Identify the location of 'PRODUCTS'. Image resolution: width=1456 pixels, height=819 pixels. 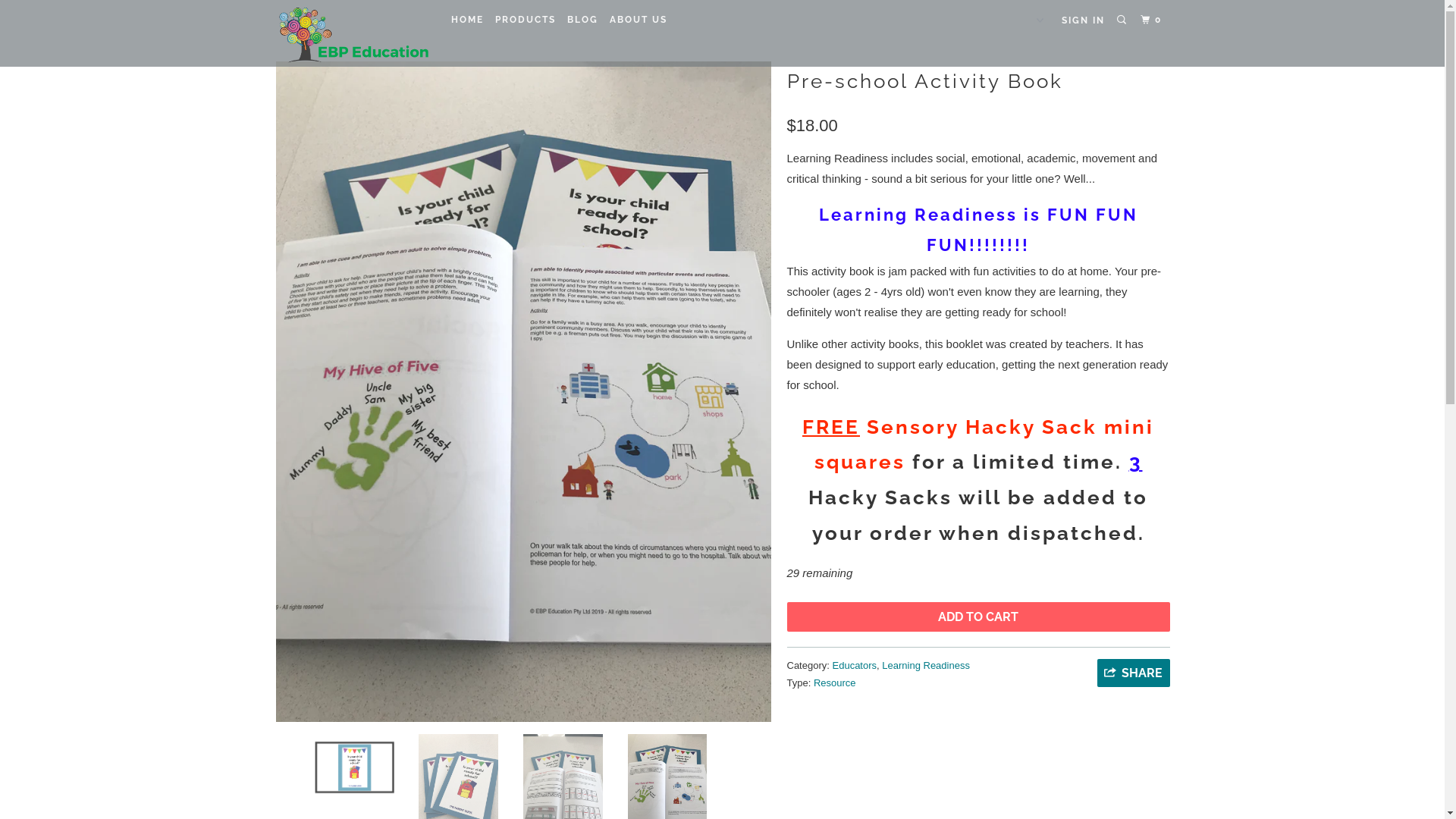
(525, 20).